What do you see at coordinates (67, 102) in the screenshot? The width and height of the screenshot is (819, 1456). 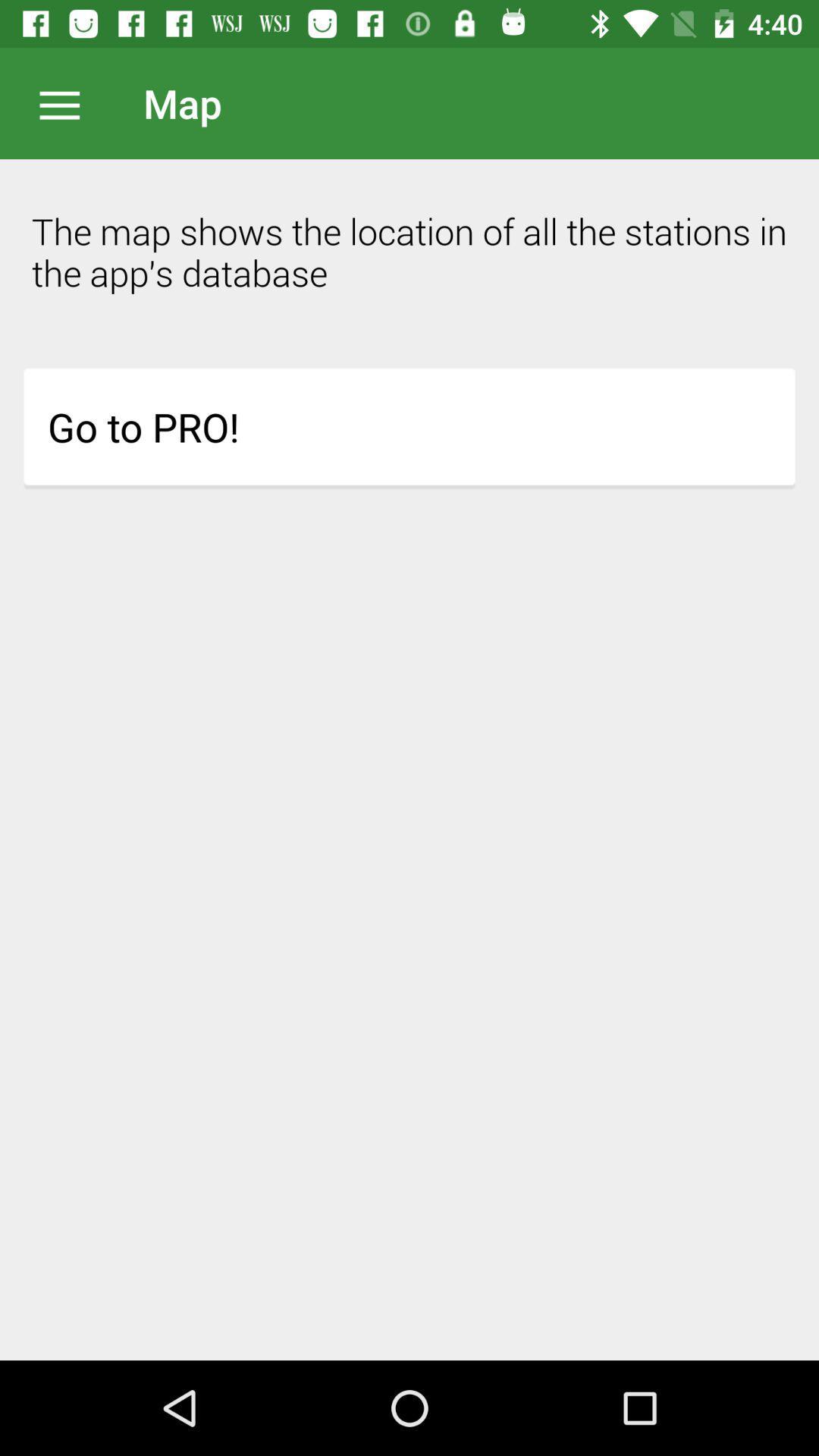 I see `the item to the left of the map icon` at bounding box center [67, 102].